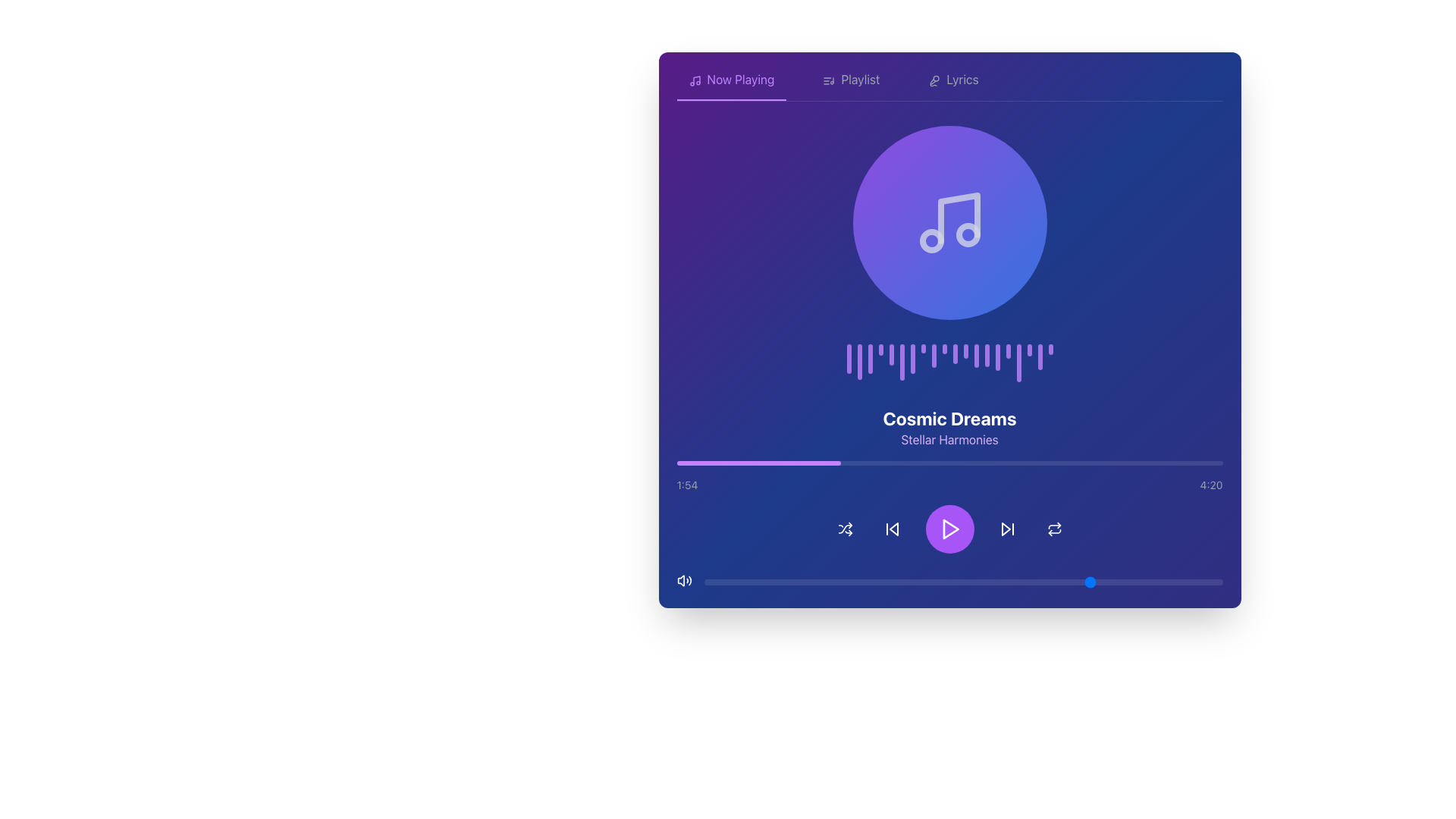 The image size is (1456, 819). Describe the element at coordinates (686, 485) in the screenshot. I see `the Text label that displays the current time elapsed in the audio track, located in the bottom left corner of the player interface, slightly above the progress bar` at that location.